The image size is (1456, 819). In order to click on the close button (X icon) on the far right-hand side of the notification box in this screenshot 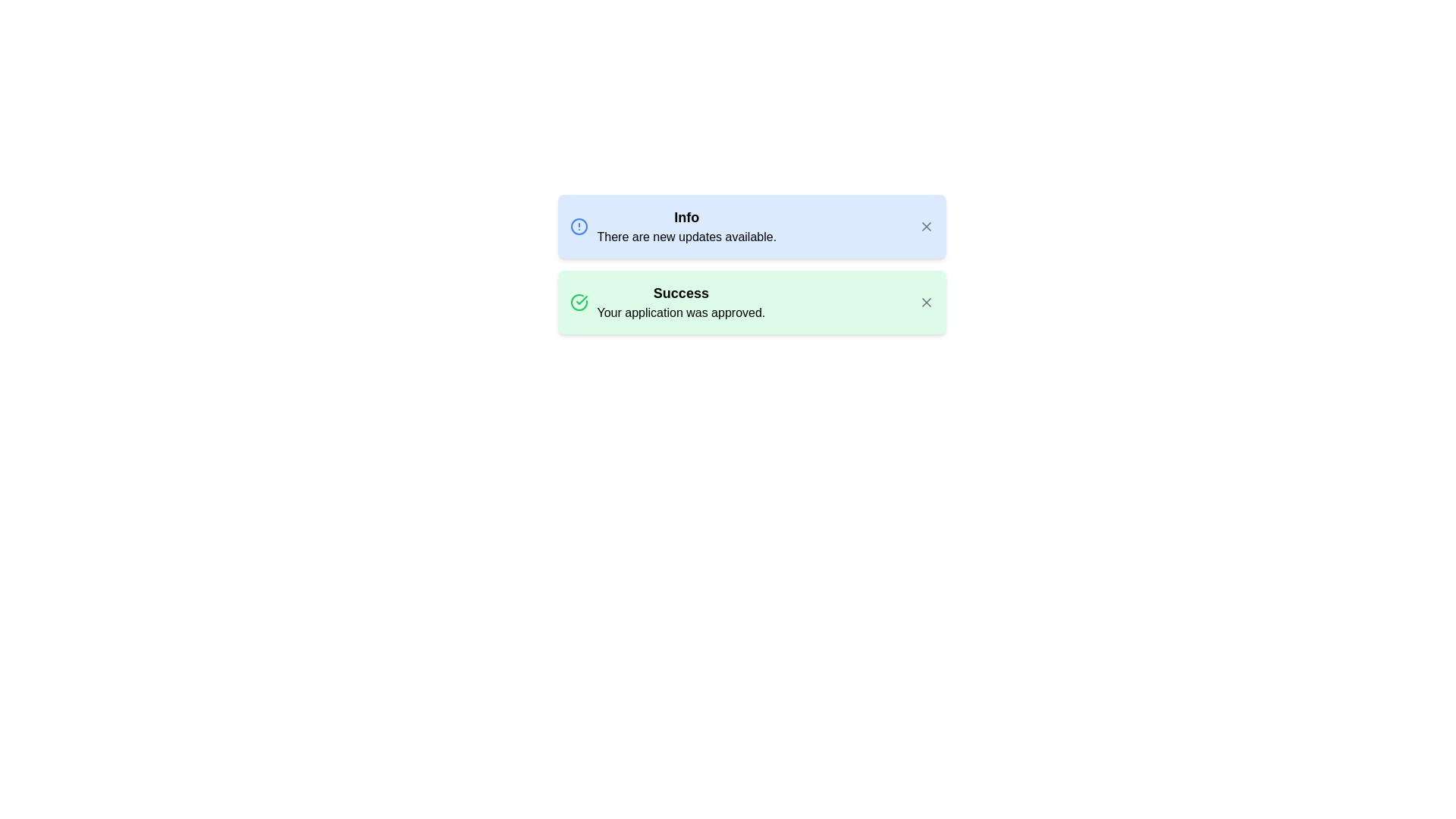, I will do `click(925, 227)`.